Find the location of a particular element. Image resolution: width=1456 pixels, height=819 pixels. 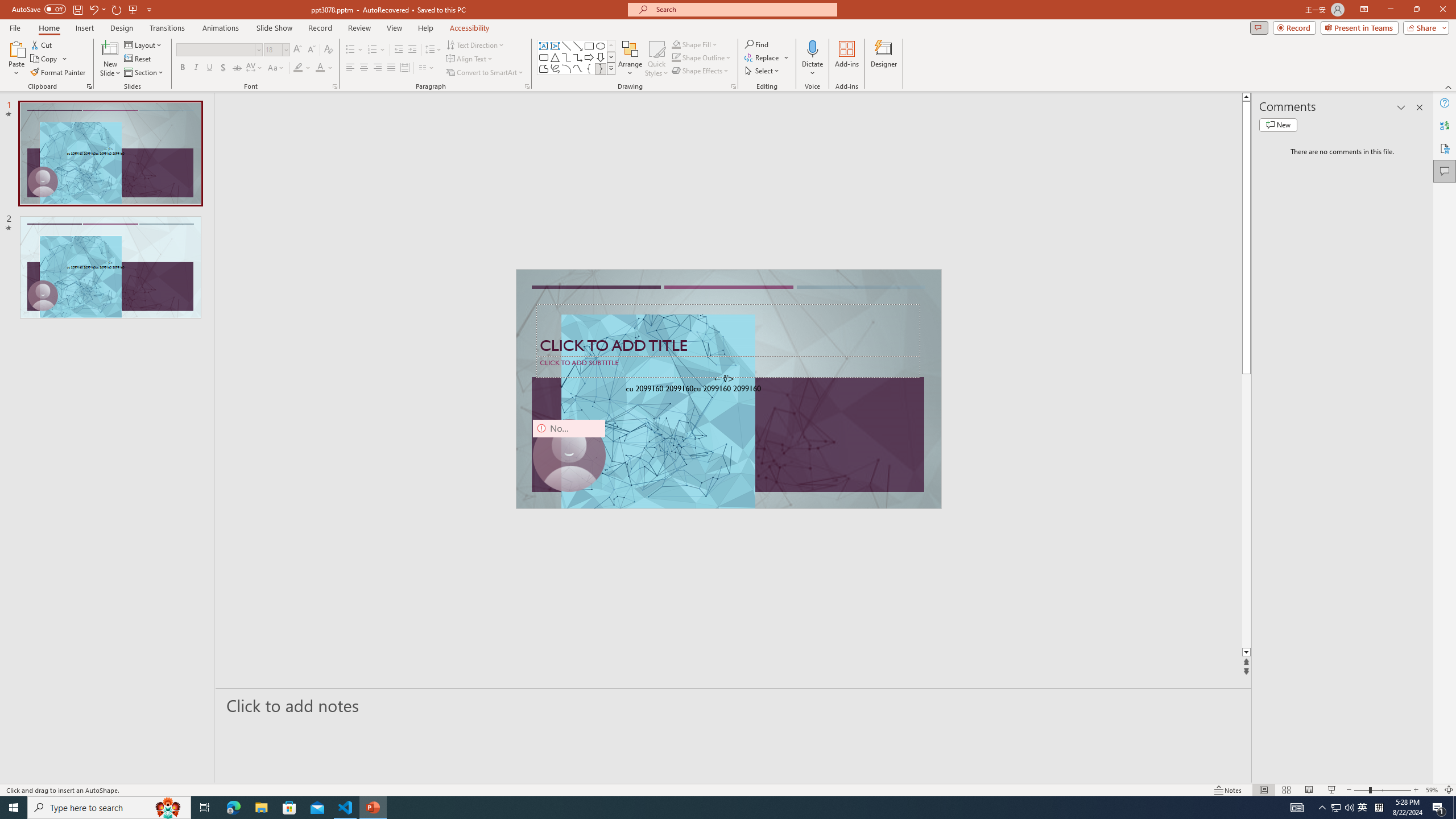

'Section' is located at coordinates (144, 72).